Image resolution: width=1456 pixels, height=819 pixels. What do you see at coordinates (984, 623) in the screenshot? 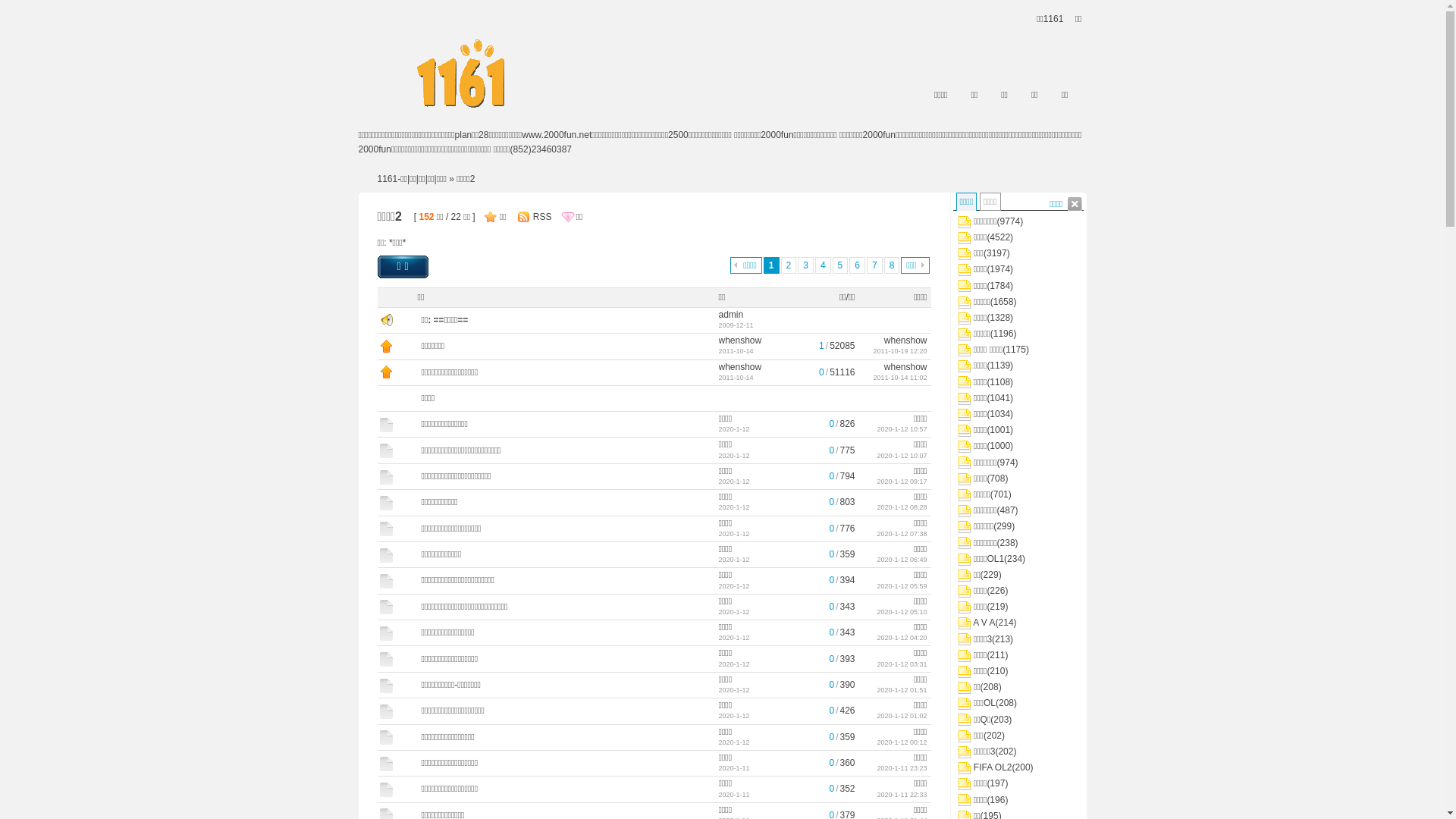
I see `'A V A'` at bounding box center [984, 623].